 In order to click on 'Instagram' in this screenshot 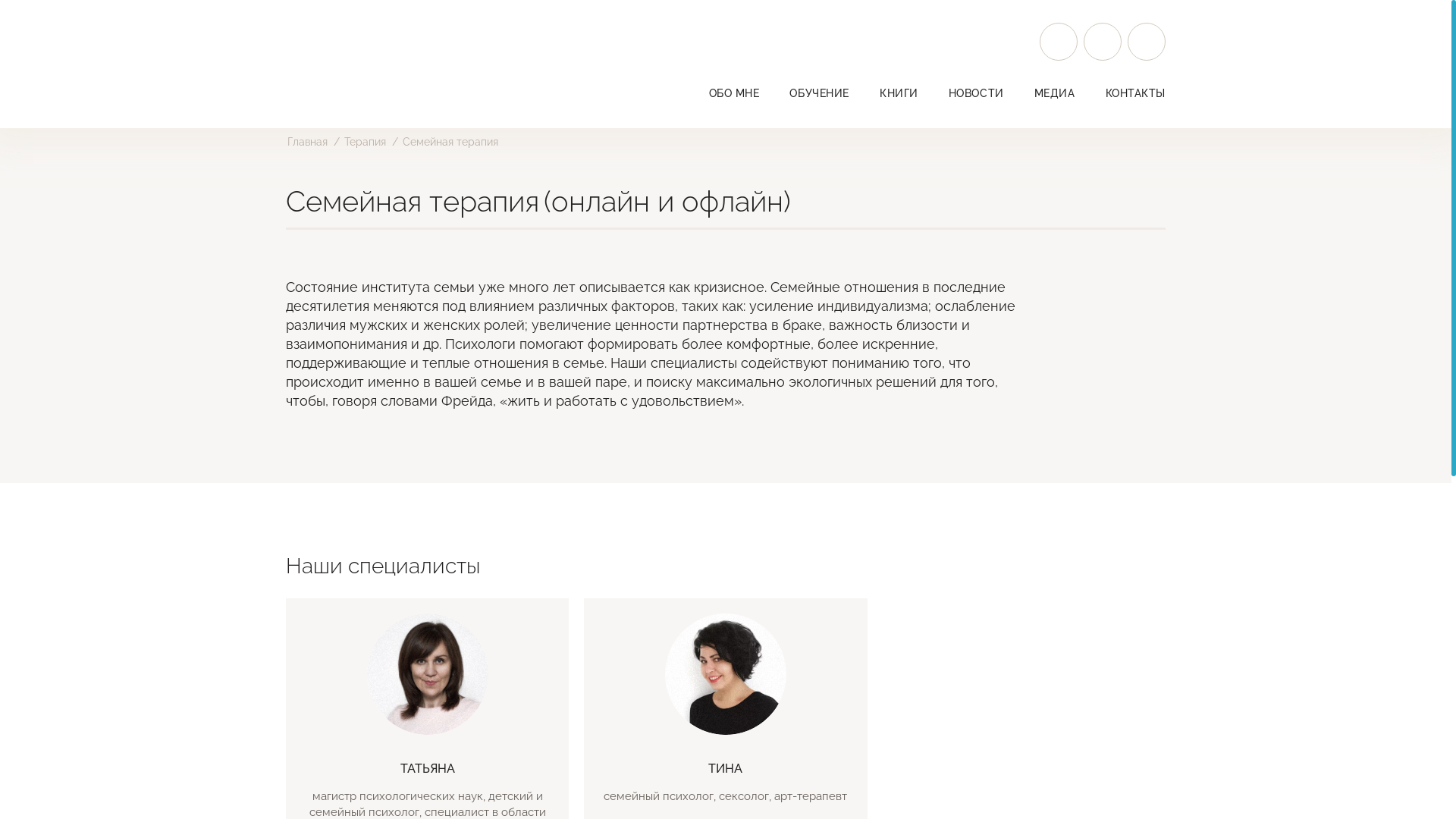, I will do `click(1058, 40)`.